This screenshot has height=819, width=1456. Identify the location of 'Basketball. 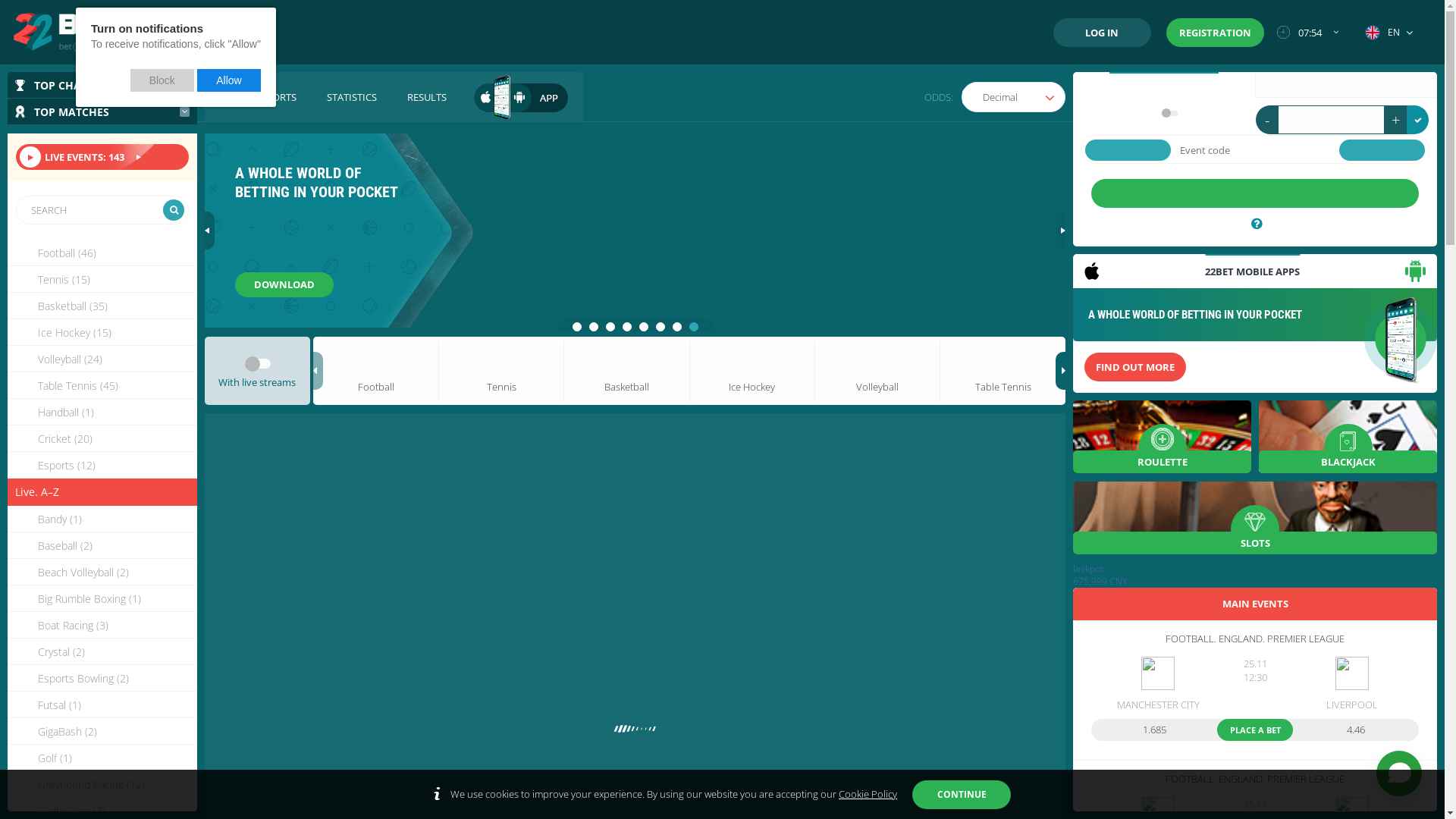
(101, 306).